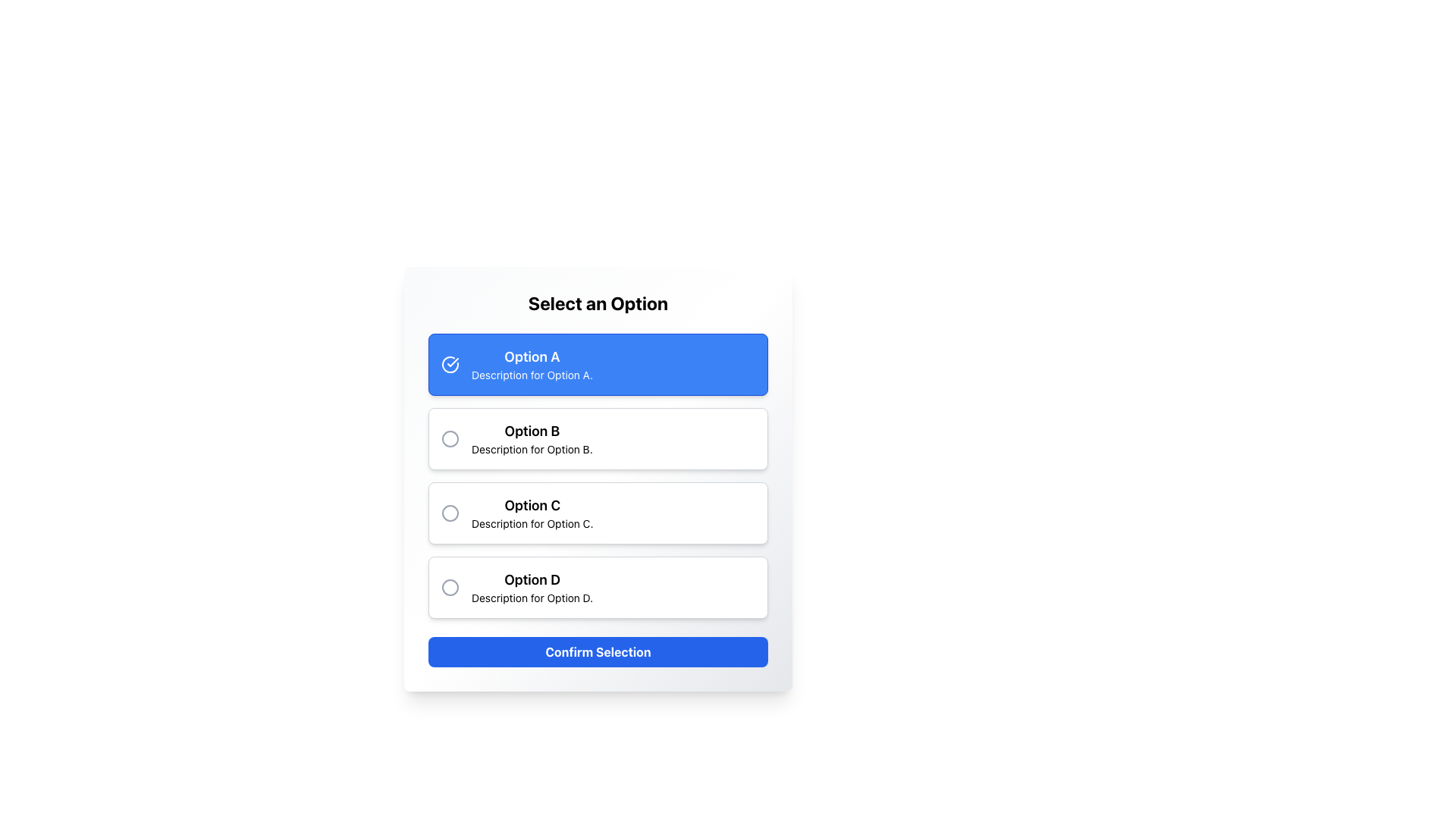 The width and height of the screenshot is (1456, 819). I want to click on the fourth selectable radio button option in the vertical list to observe any highlighting or hover effect, so click(597, 587).